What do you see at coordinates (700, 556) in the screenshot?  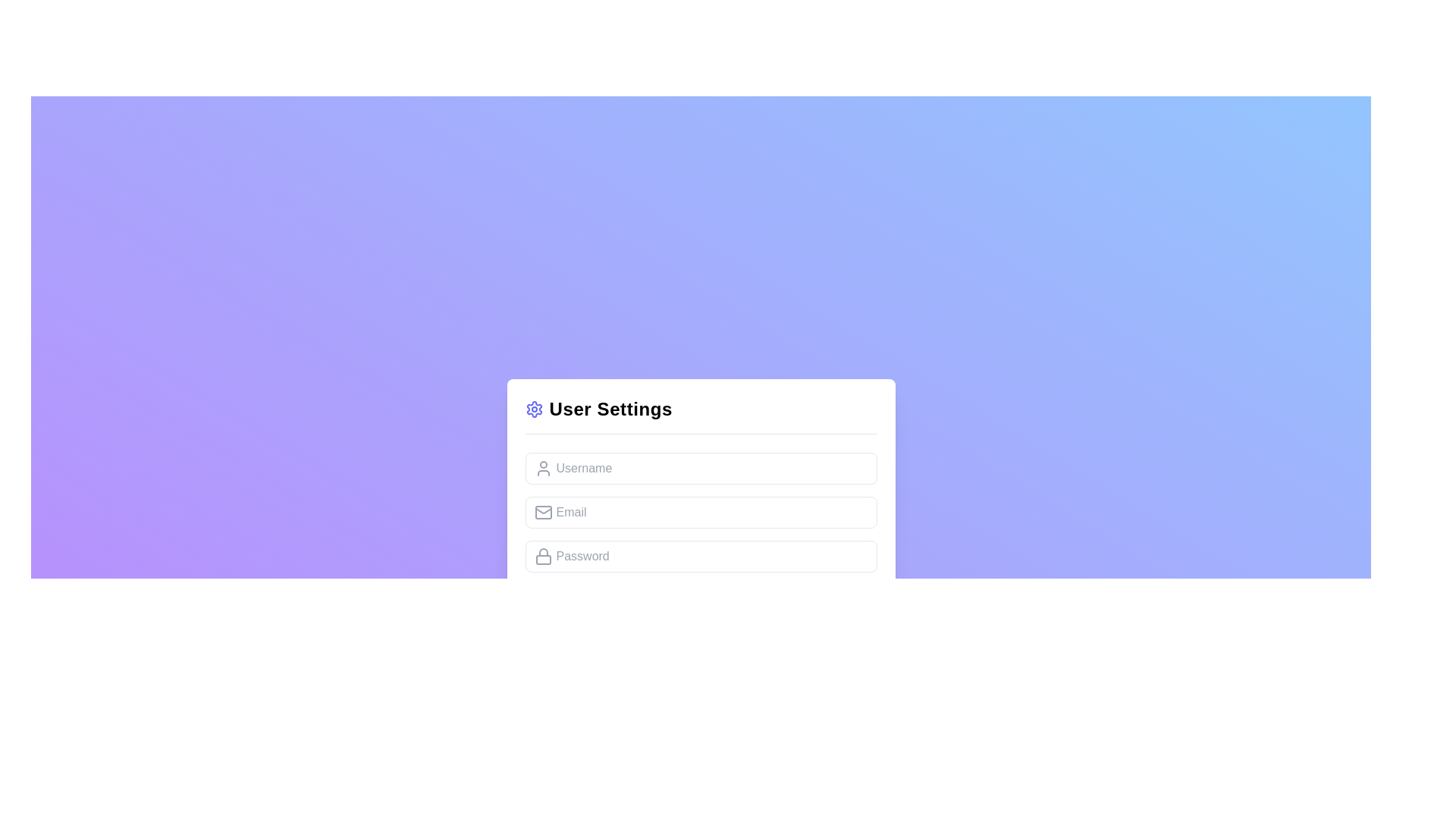 I see `the Password input field located under the 'User Settings' title` at bounding box center [700, 556].